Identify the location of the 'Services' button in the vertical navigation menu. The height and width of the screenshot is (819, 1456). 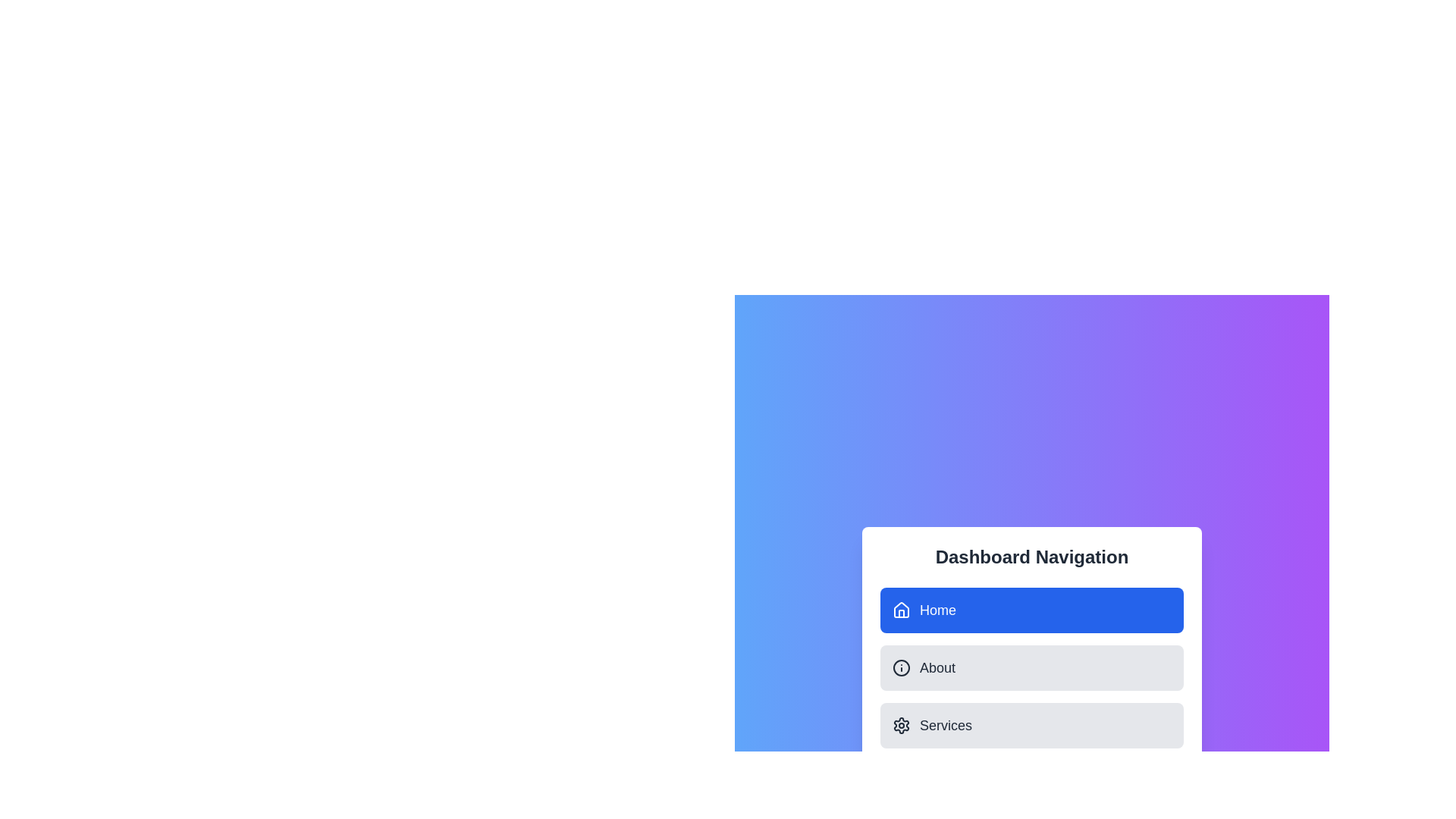
(1031, 724).